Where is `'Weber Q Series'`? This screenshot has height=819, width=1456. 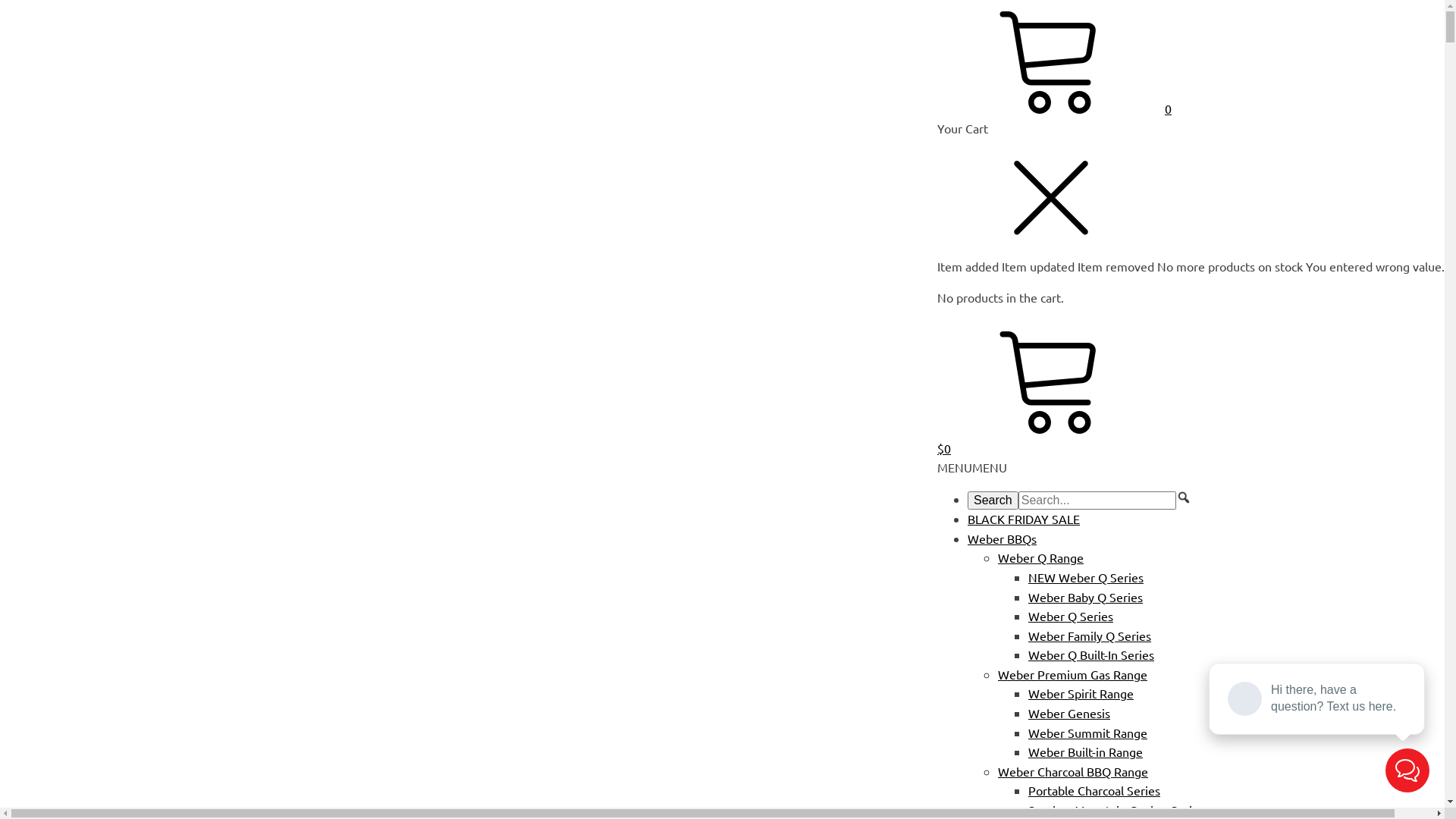 'Weber Q Series' is located at coordinates (1028, 616).